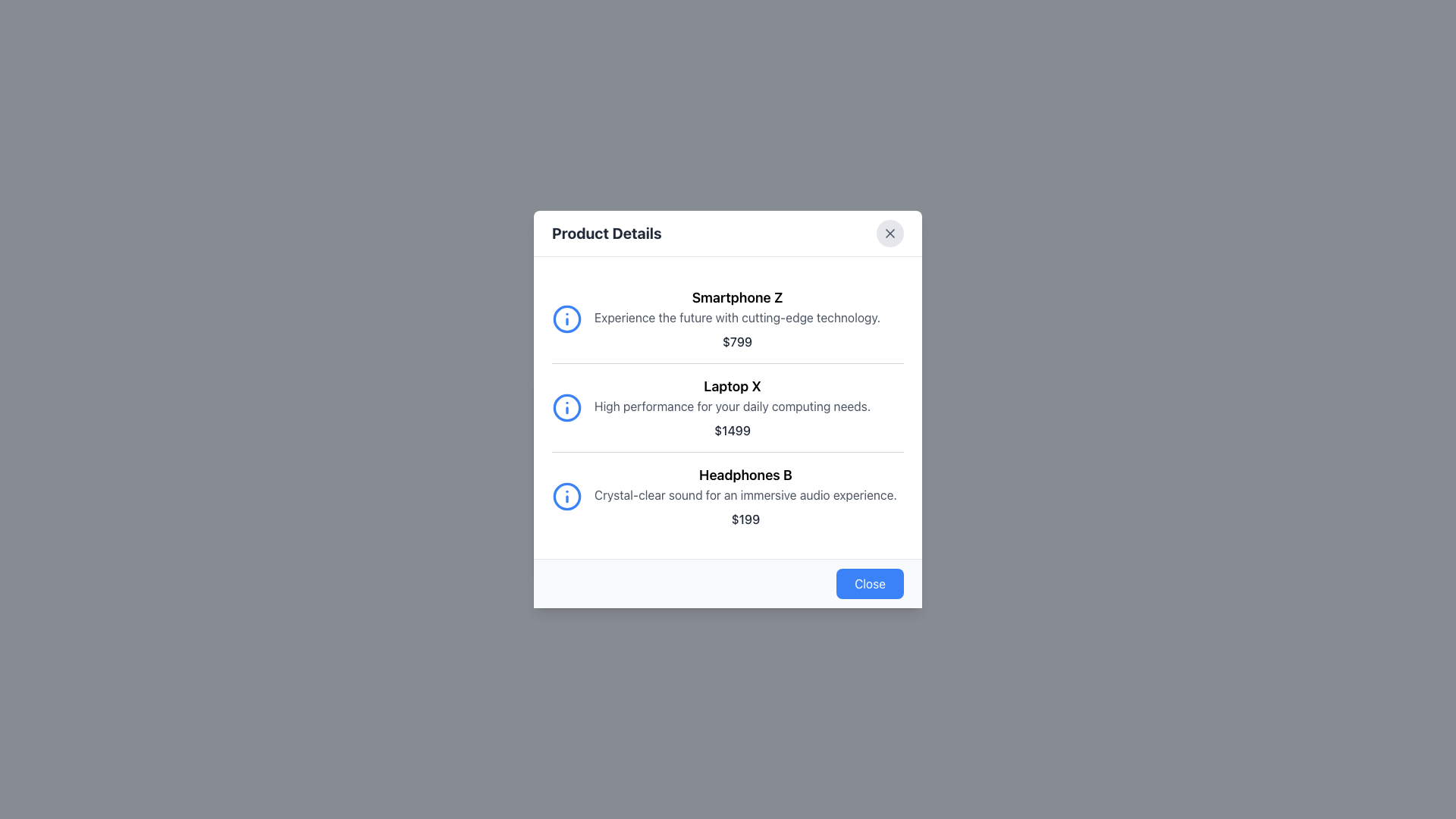 The height and width of the screenshot is (819, 1456). Describe the element at coordinates (870, 583) in the screenshot. I see `the 'Close' button located at the bottom-right corner of the modal` at that location.